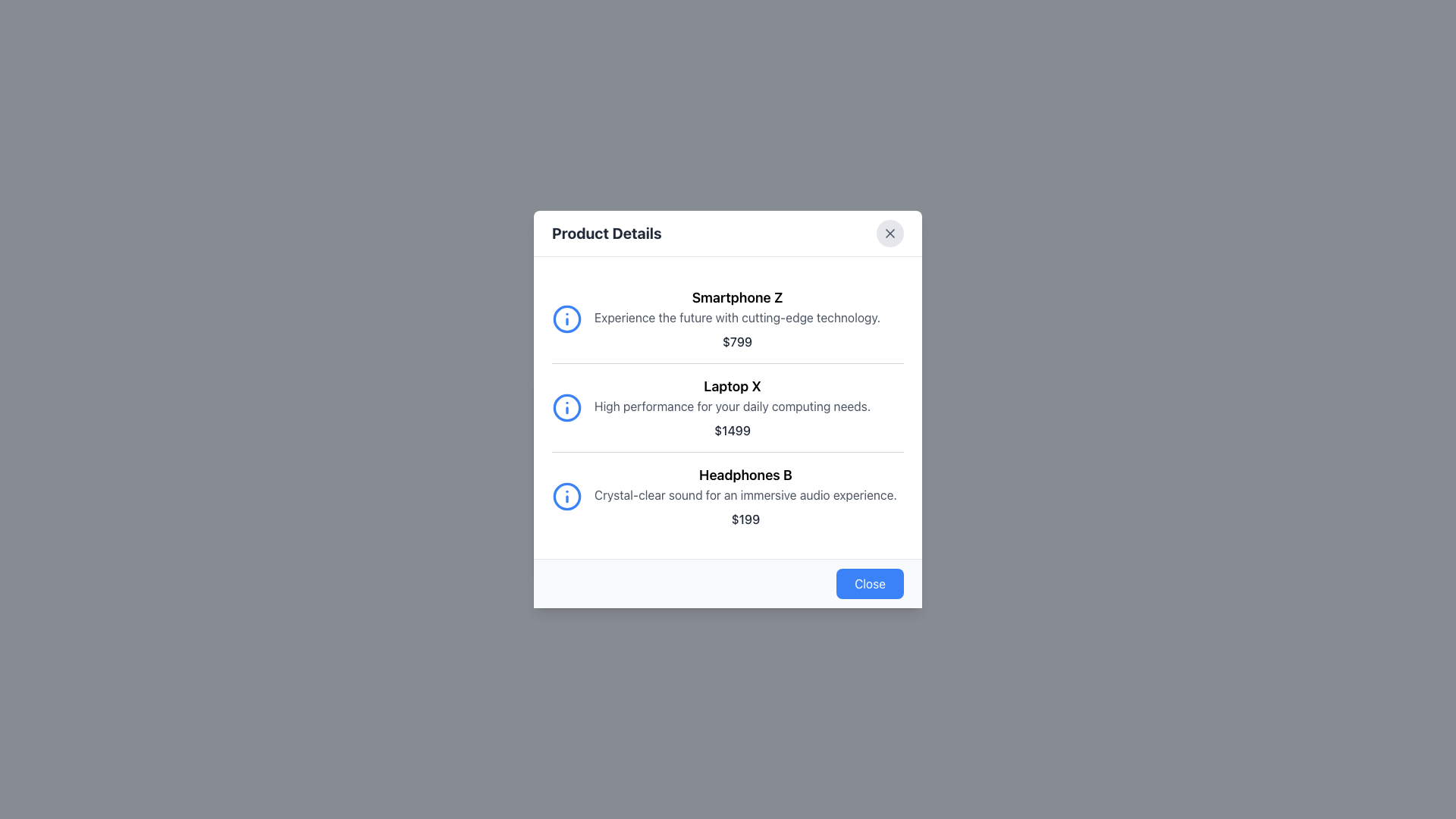 The height and width of the screenshot is (819, 1456). Describe the element at coordinates (870, 583) in the screenshot. I see `the 'Close' button located at the bottom-right corner of the modal` at that location.